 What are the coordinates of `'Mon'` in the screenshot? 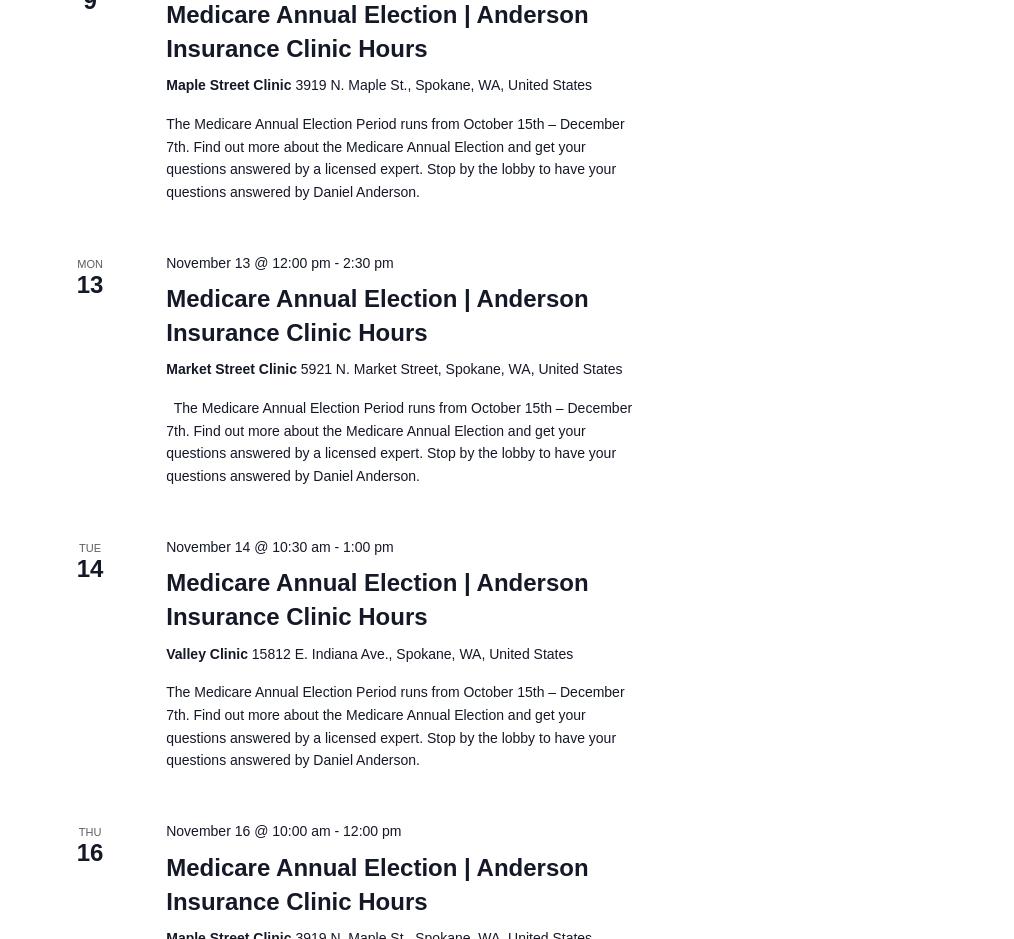 It's located at (89, 262).